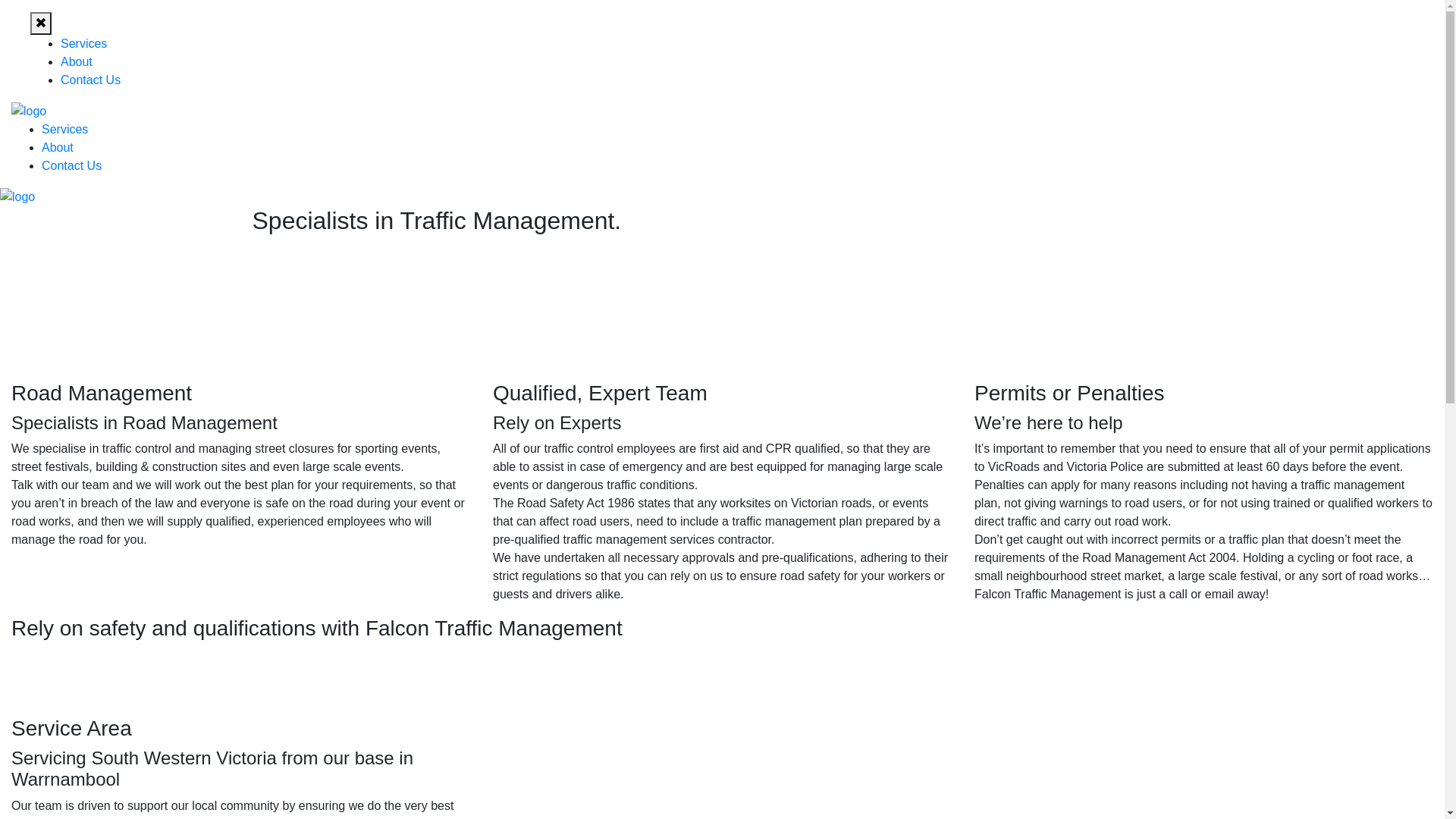  Describe the element at coordinates (61, 61) in the screenshot. I see `'About'` at that location.